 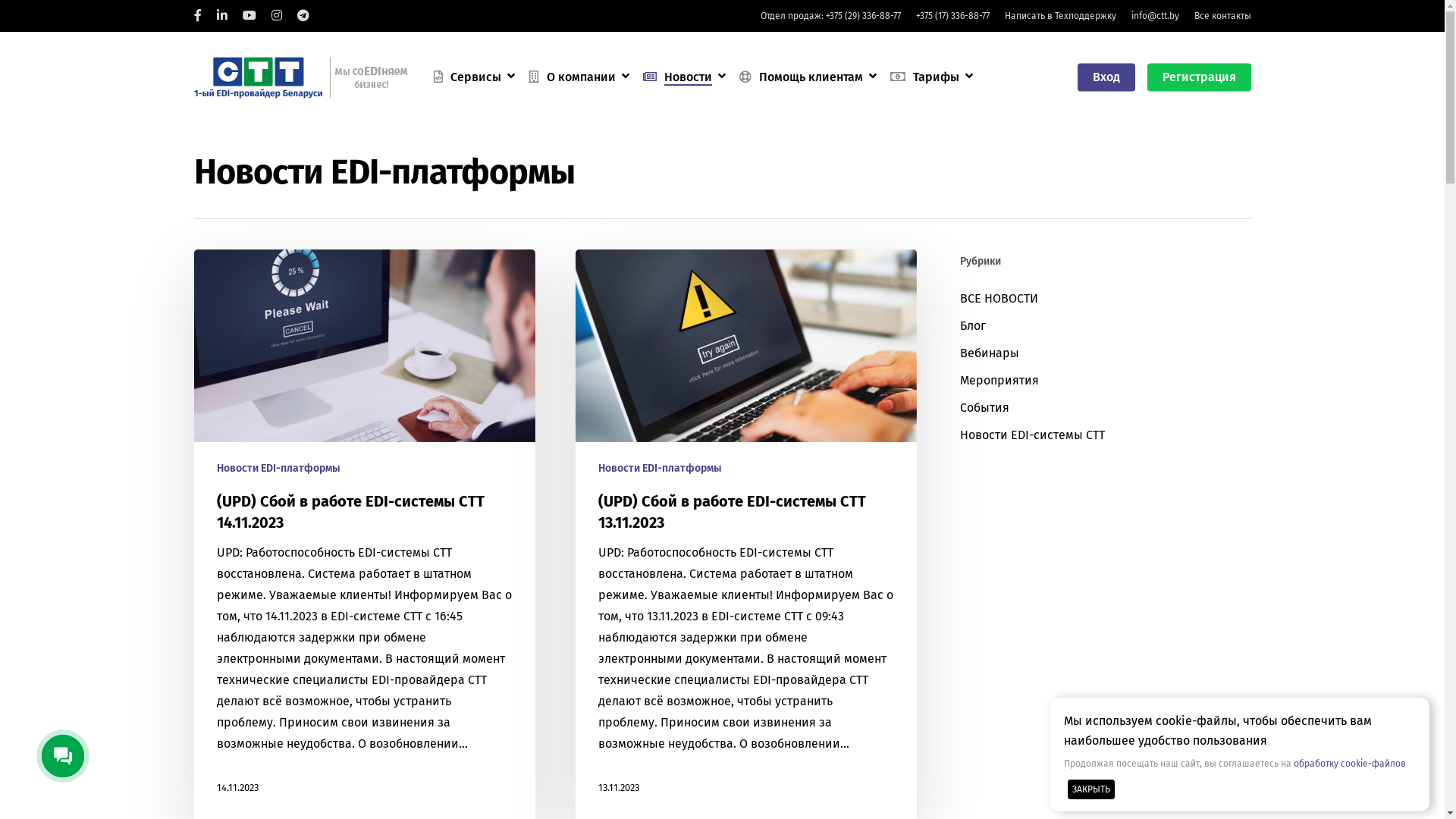 What do you see at coordinates (952, 15) in the screenshot?
I see `'+375 (17) 336-88-77'` at bounding box center [952, 15].